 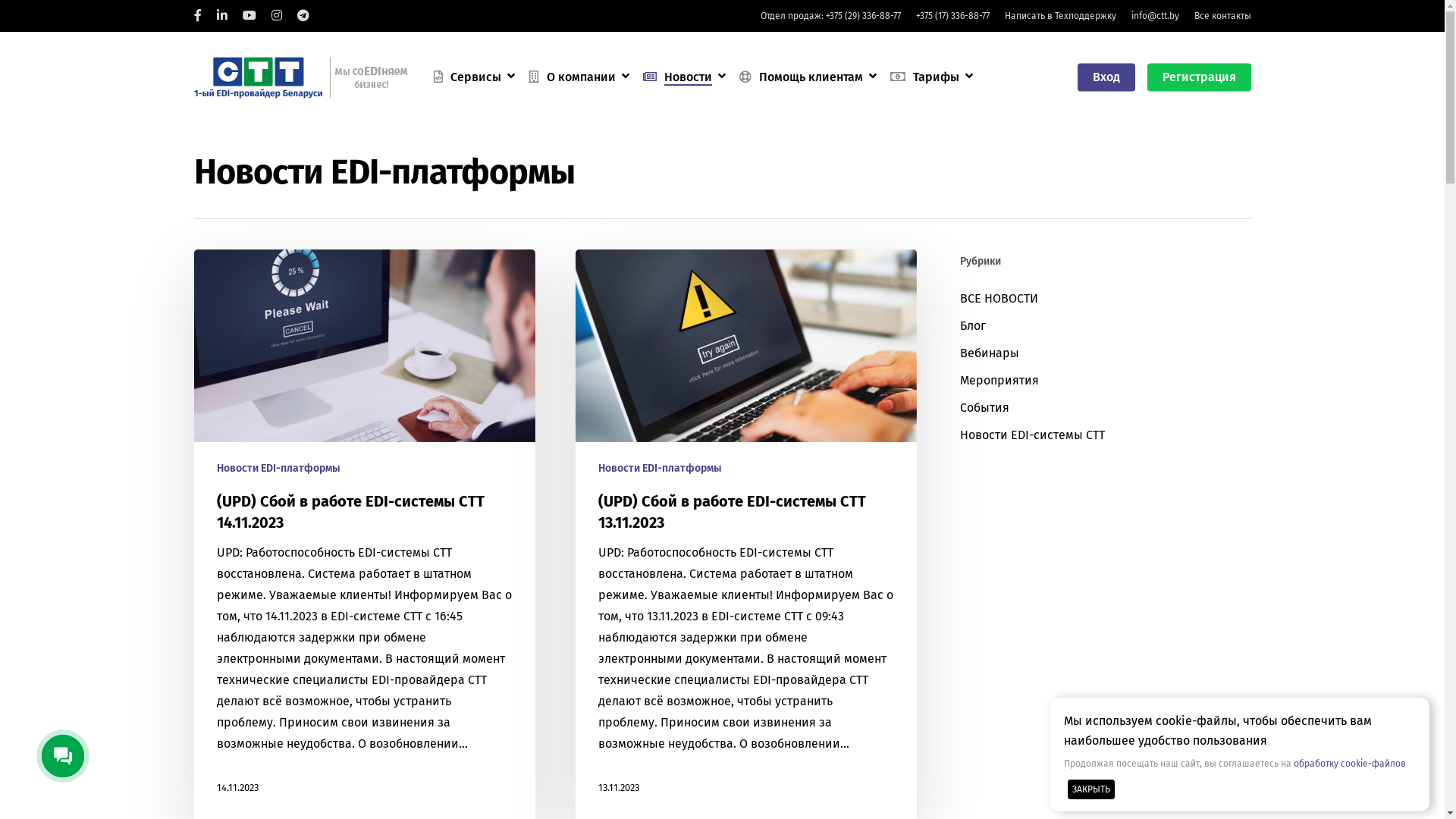 What do you see at coordinates (952, 15) in the screenshot?
I see `'+375 (17) 336-88-77'` at bounding box center [952, 15].